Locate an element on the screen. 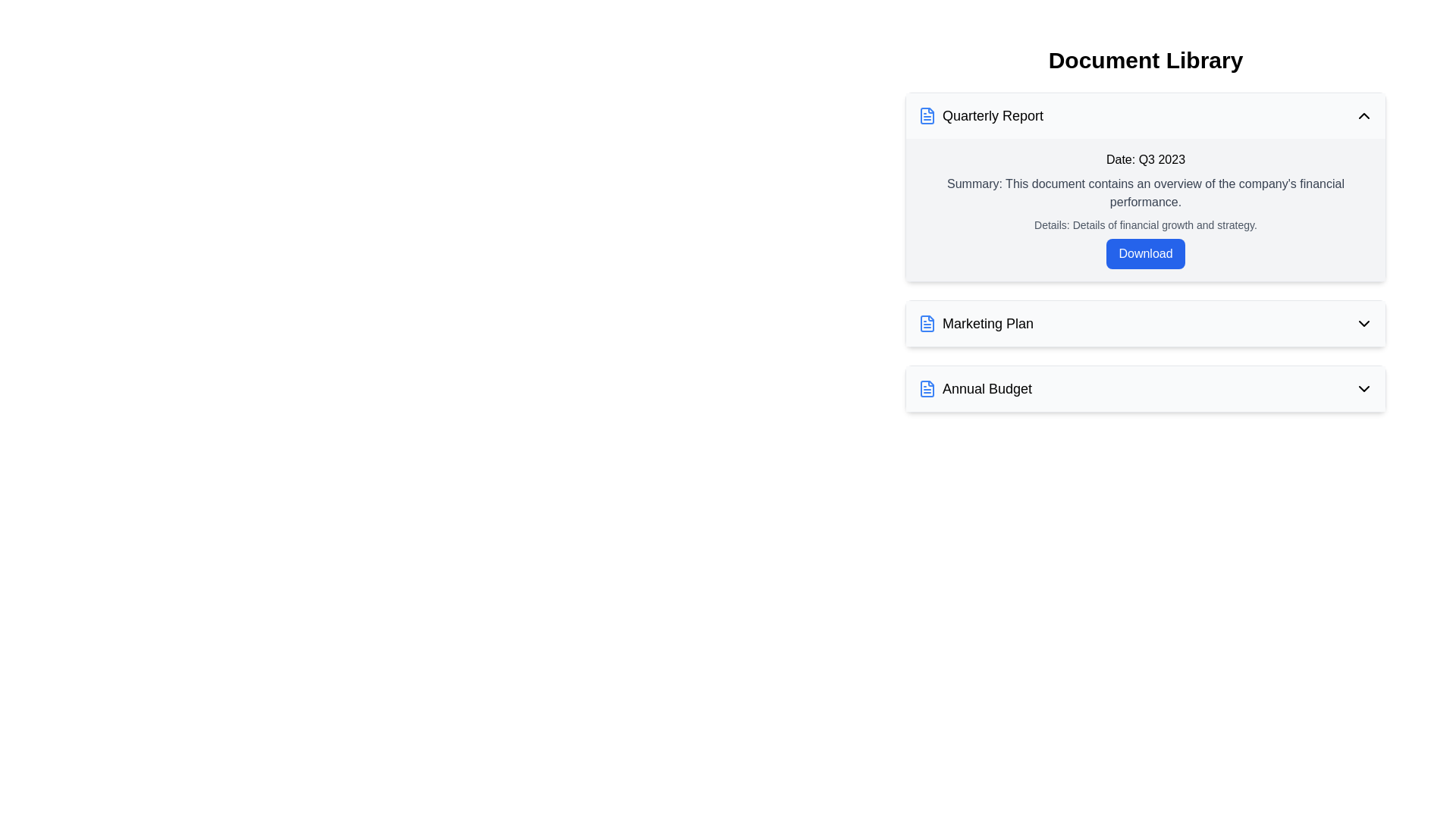 The image size is (1456, 819). the Chevron-Down icon is located at coordinates (1364, 323).